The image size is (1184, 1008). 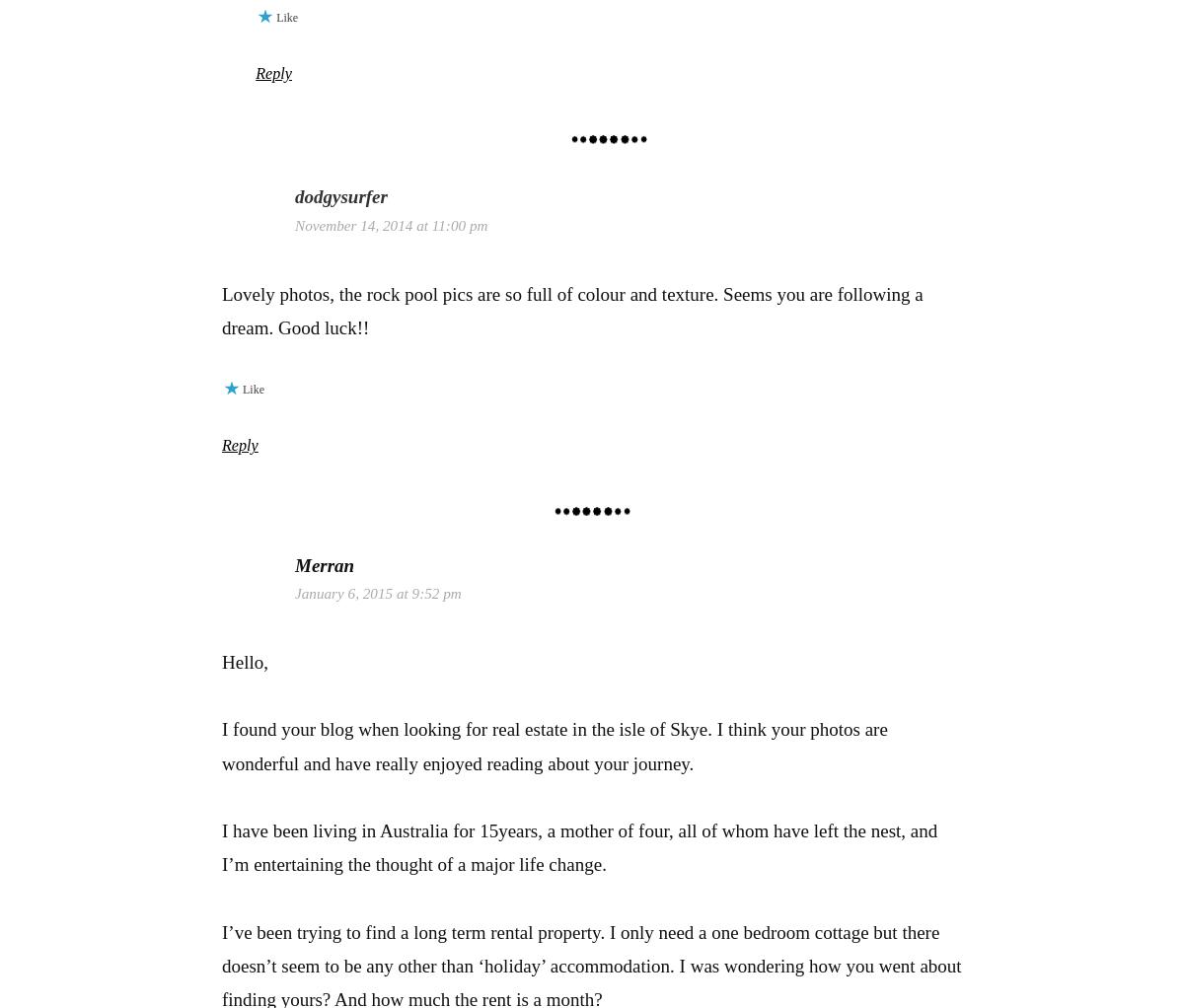 I want to click on 'Merran', so click(x=325, y=564).